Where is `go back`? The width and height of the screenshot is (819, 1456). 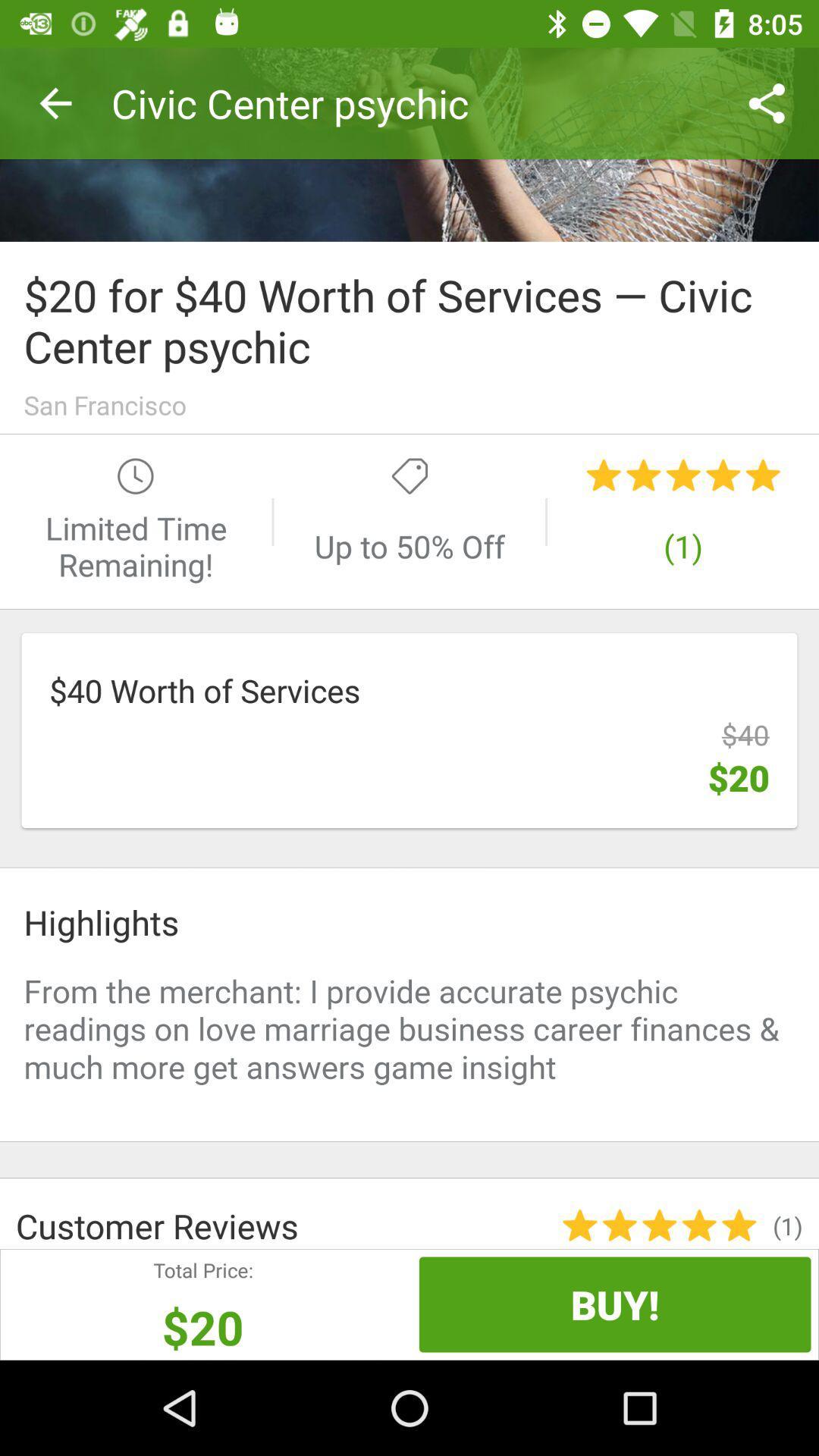 go back is located at coordinates (409, 144).